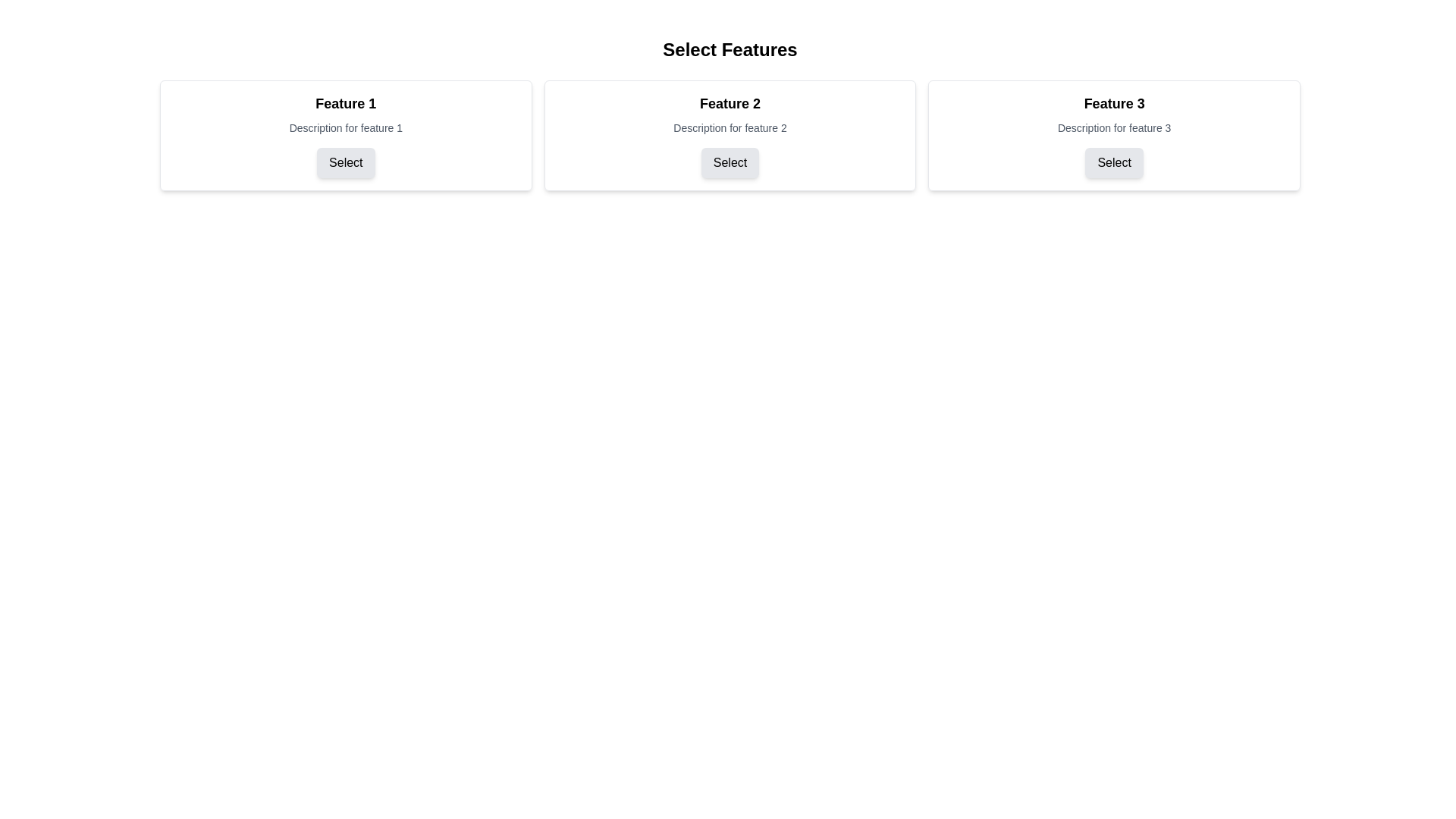  What do you see at coordinates (730, 163) in the screenshot?
I see `the 'Select' button located at the bottom of the 'Feature 2' card, below the description text 'Description for feature 2'` at bounding box center [730, 163].